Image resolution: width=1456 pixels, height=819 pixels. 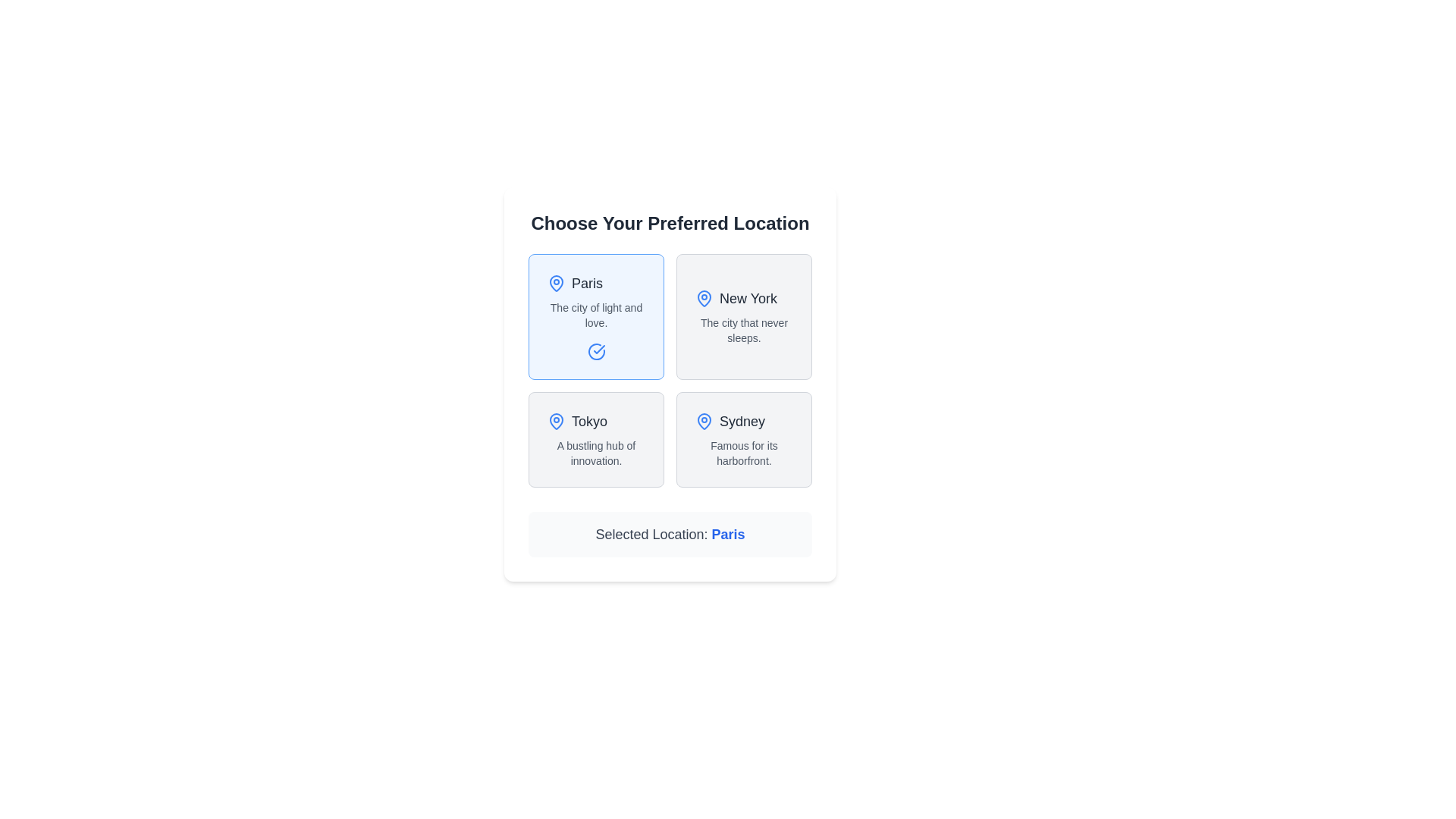 I want to click on the small blue map pin icon located in the lower-left section of the 'Tokyo' selection box, which precedes the text 'Tokyo', so click(x=556, y=421).